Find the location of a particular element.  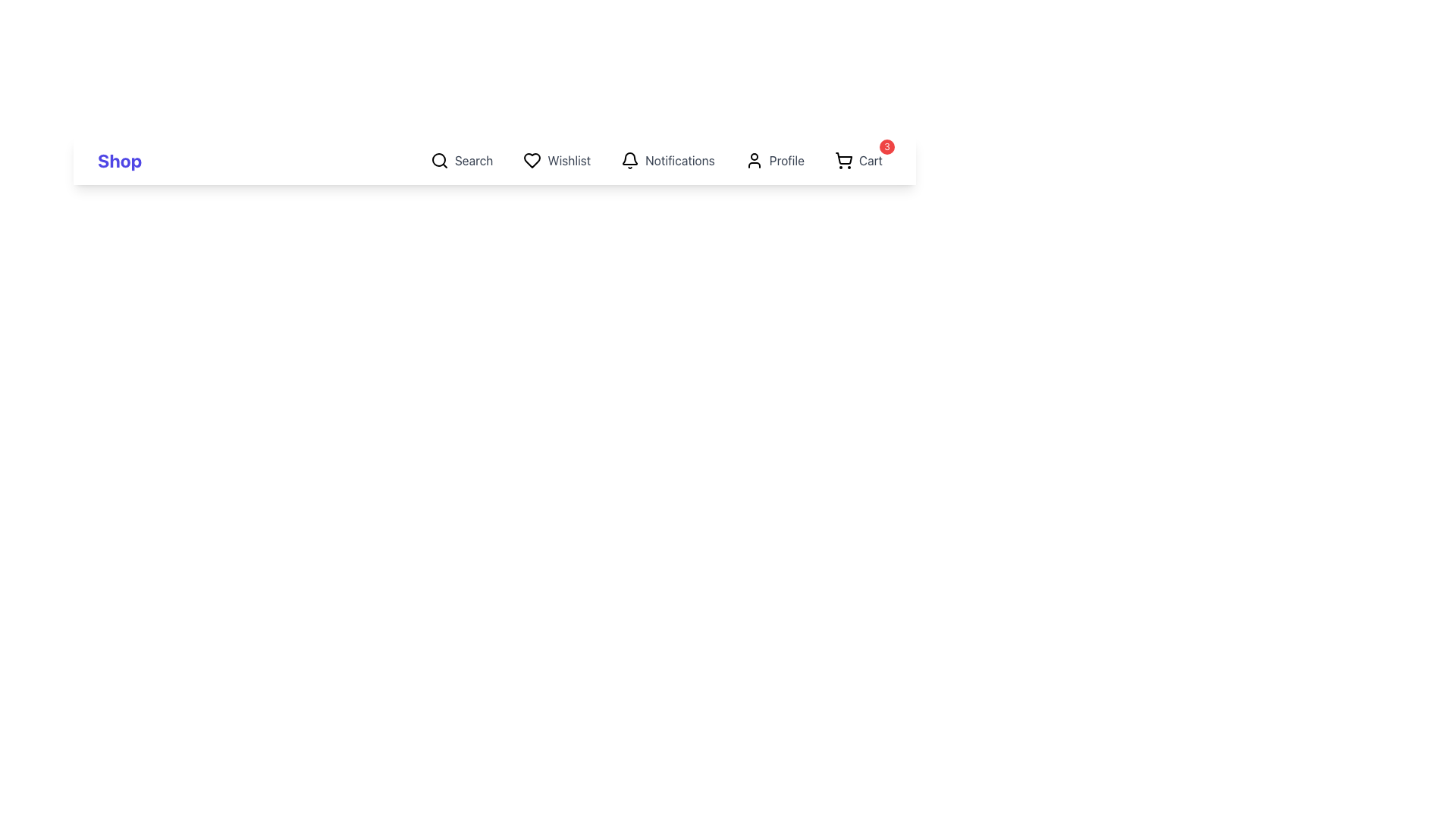

the user profile icon, which is a minimalistic outline of a human figure located on the far-right side of the navigation bar is located at coordinates (754, 161).